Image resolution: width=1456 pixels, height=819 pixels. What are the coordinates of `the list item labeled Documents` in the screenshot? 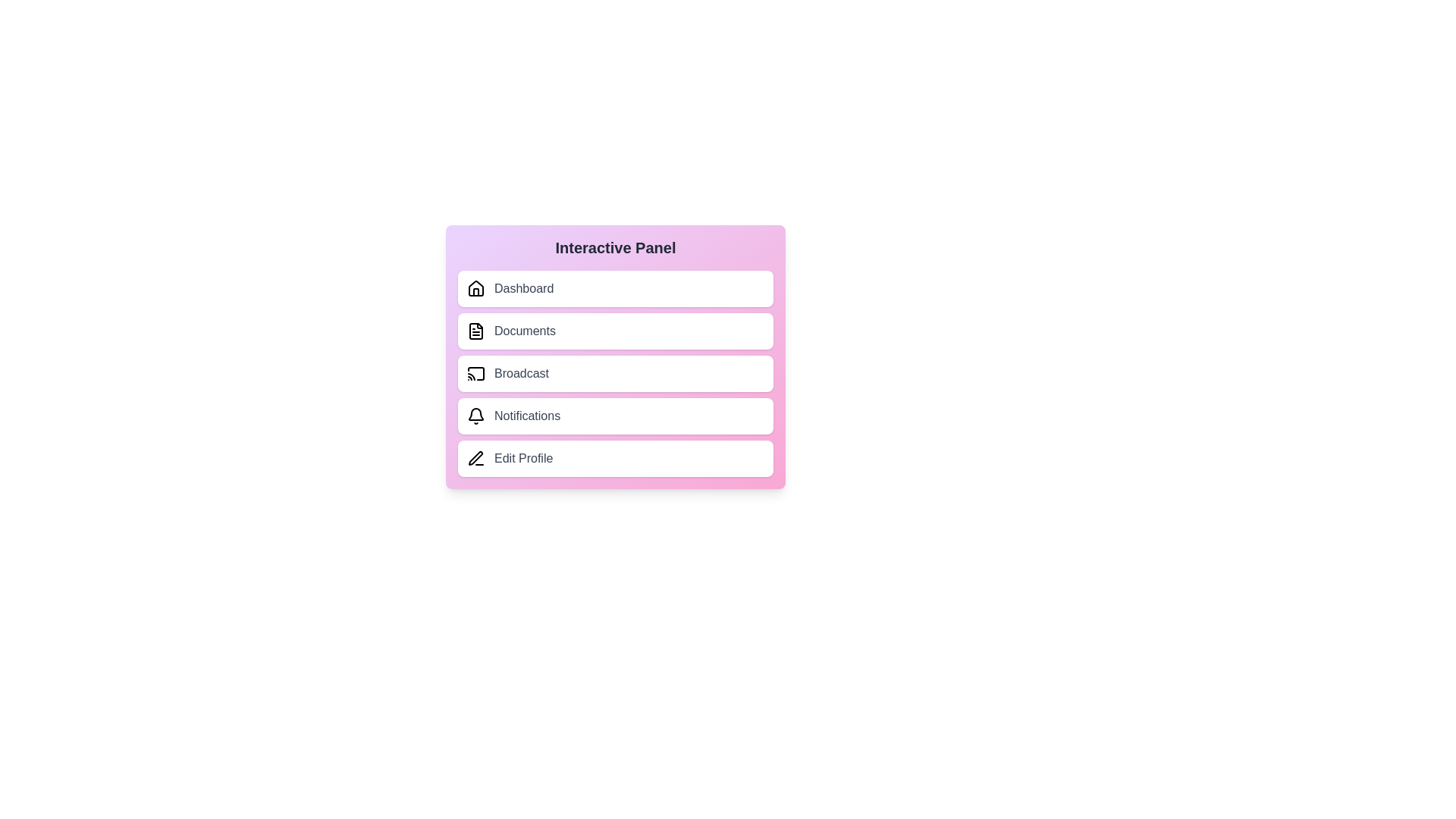 It's located at (615, 330).